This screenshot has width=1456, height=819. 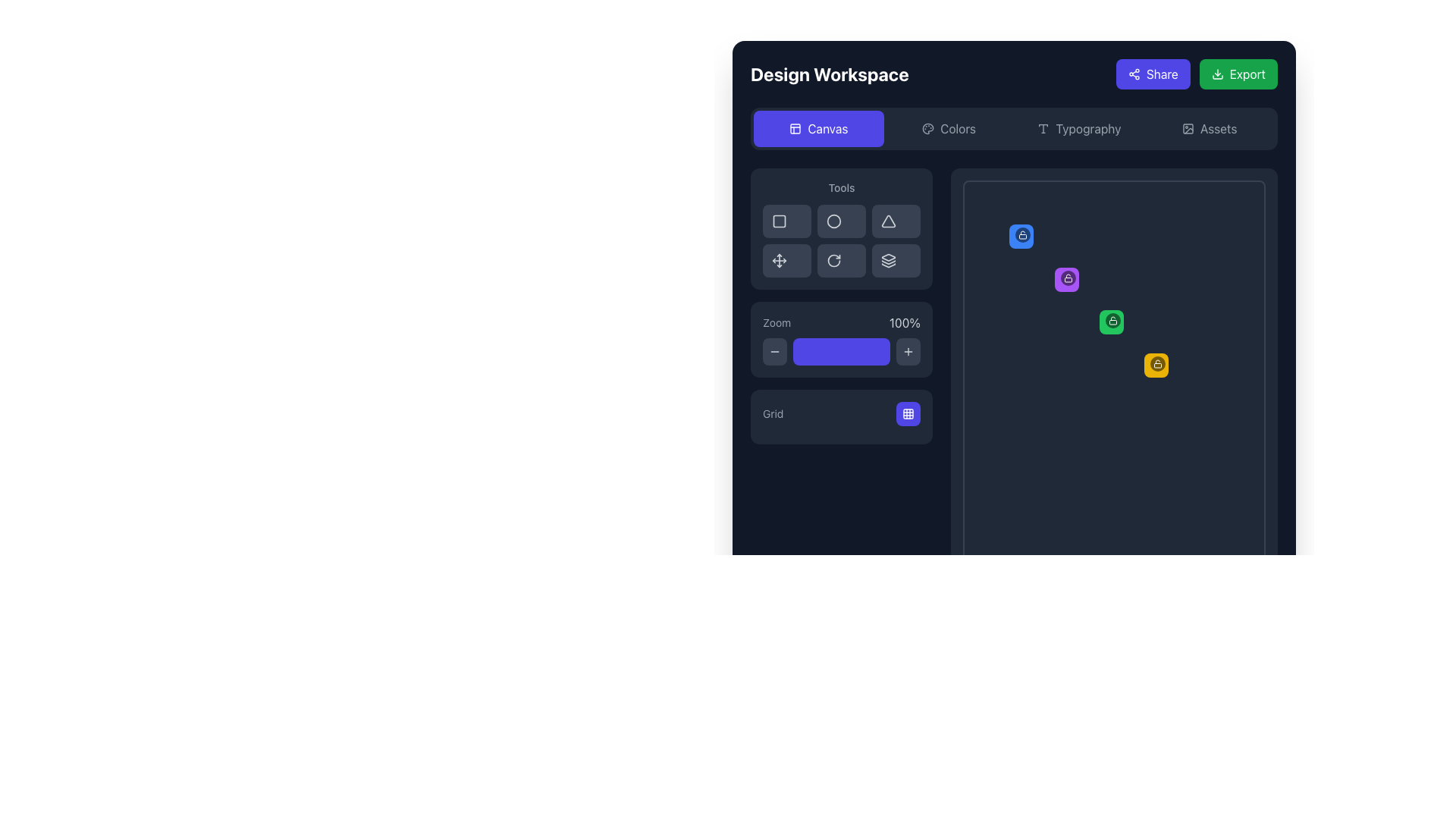 What do you see at coordinates (779, 221) in the screenshot?
I see `the tool icon button located at the top-left of the 'Tools' panel` at bounding box center [779, 221].